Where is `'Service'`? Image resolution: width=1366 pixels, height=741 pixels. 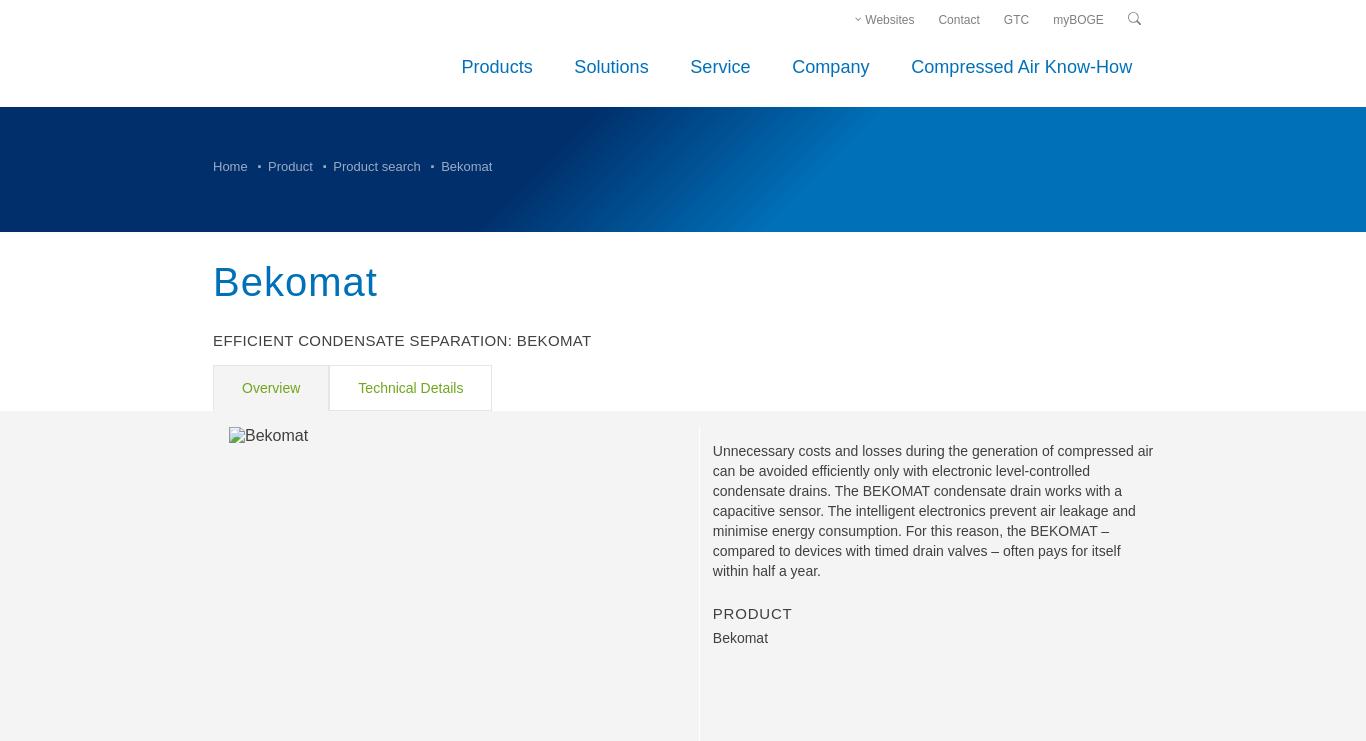
'Service' is located at coordinates (720, 65).